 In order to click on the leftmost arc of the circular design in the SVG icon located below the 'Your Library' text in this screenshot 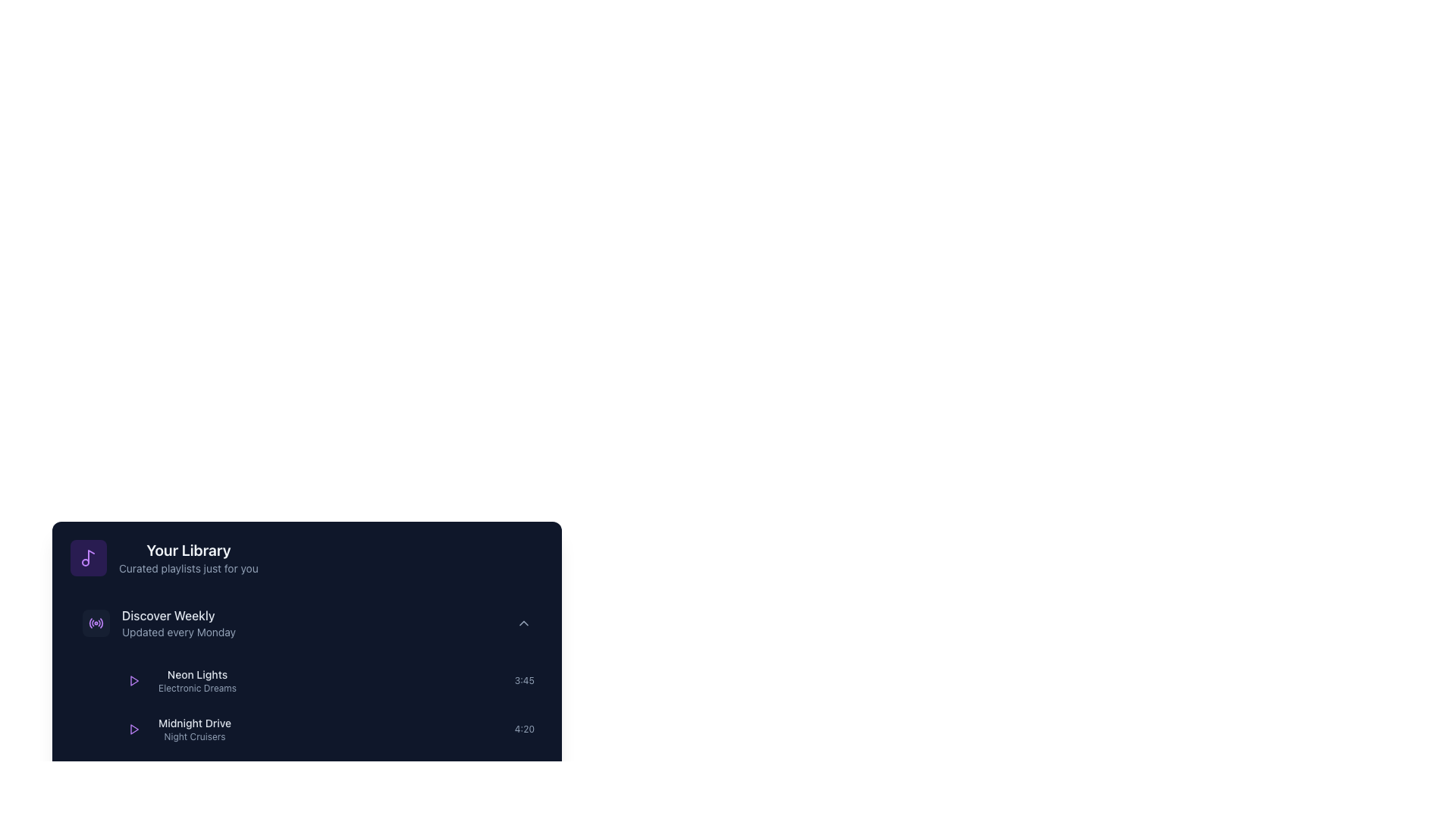, I will do `click(89, 623)`.